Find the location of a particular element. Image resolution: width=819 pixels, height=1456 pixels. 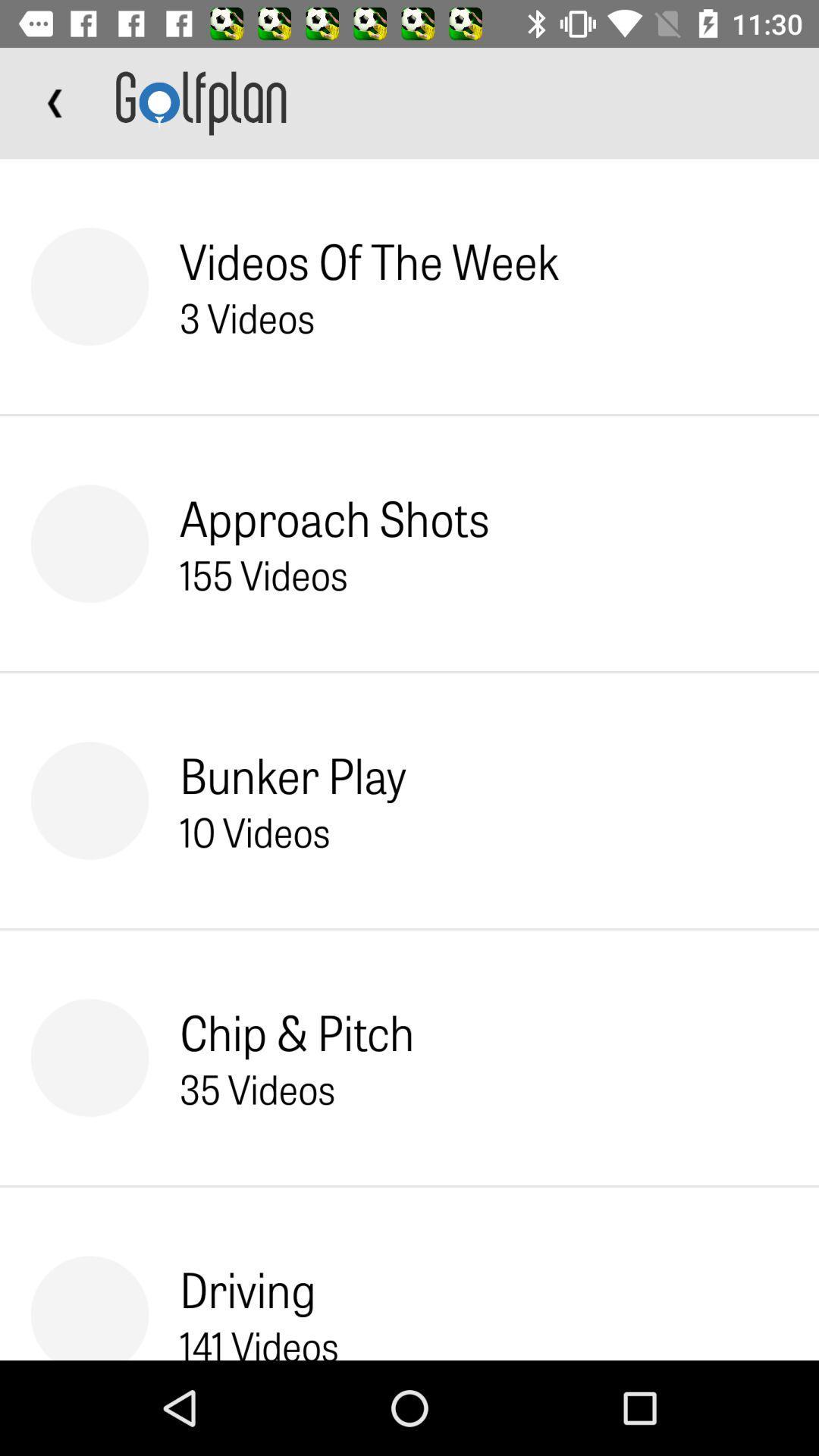

the item below 35 videos icon is located at coordinates (247, 1288).